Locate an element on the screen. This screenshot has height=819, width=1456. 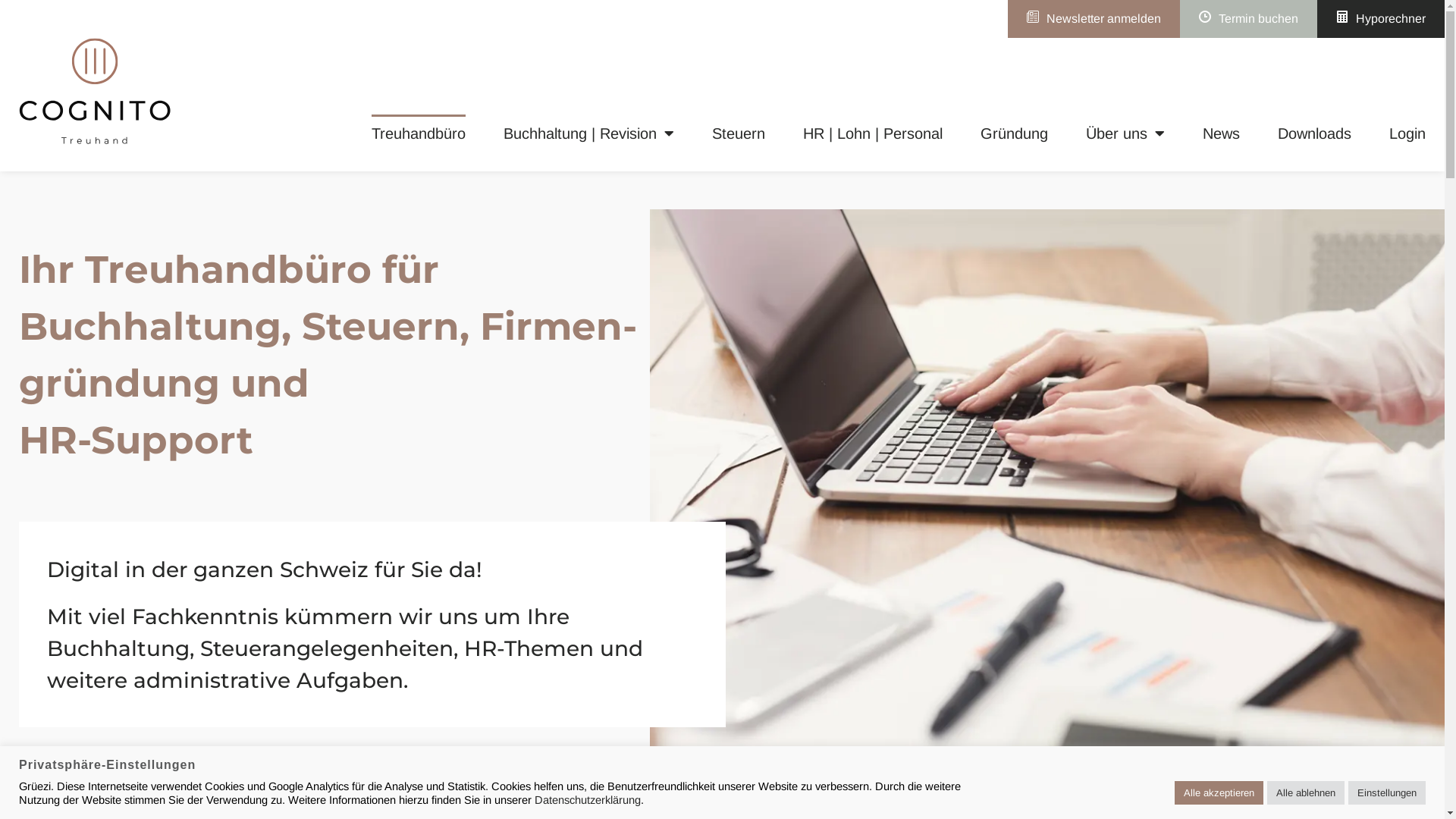
'Steuern' is located at coordinates (739, 133).